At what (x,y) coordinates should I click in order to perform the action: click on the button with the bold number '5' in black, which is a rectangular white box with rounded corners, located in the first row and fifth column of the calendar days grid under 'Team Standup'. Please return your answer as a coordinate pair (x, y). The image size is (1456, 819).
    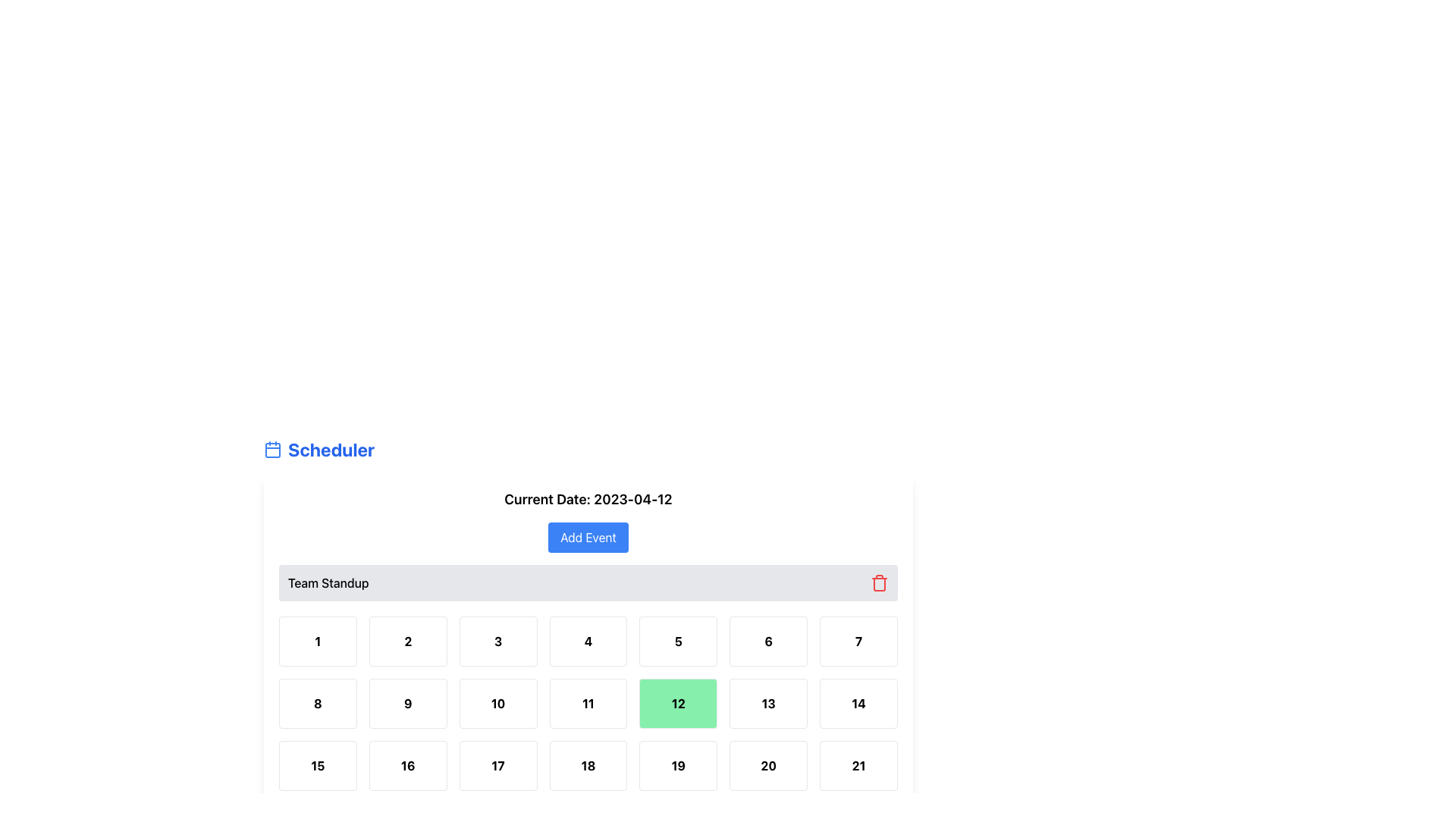
    Looking at the image, I should click on (677, 641).